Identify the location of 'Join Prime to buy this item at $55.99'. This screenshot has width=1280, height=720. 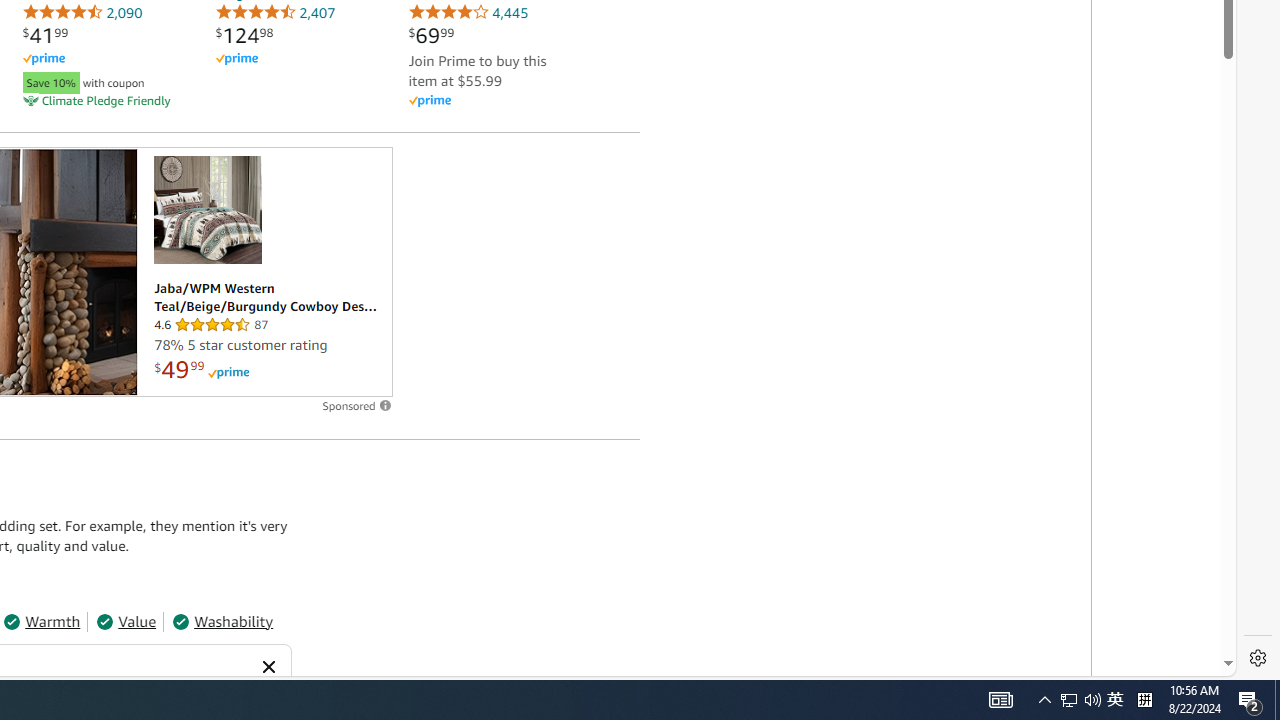
(476, 69).